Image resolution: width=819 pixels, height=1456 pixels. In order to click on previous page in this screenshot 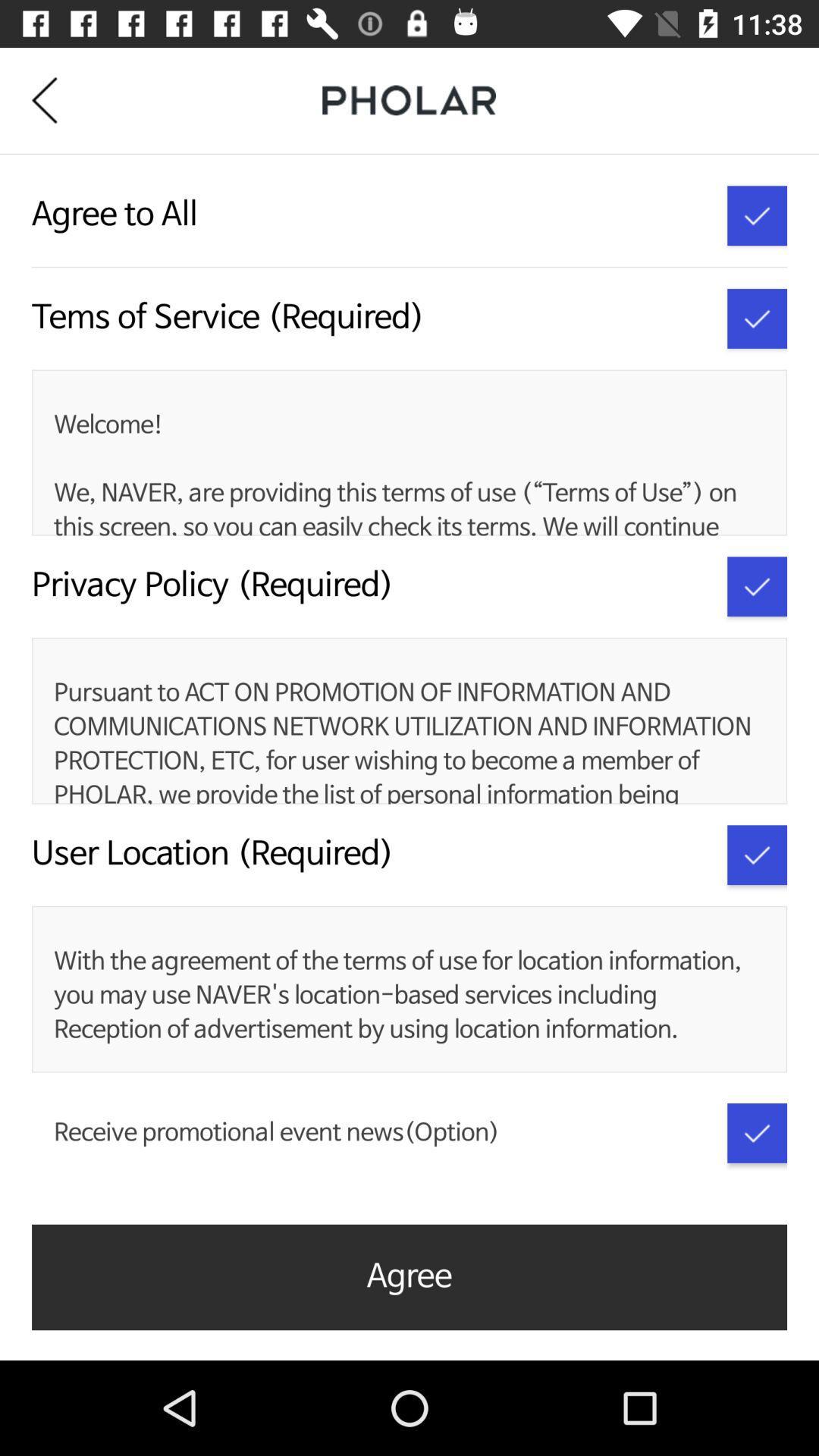, I will do `click(55, 99)`.